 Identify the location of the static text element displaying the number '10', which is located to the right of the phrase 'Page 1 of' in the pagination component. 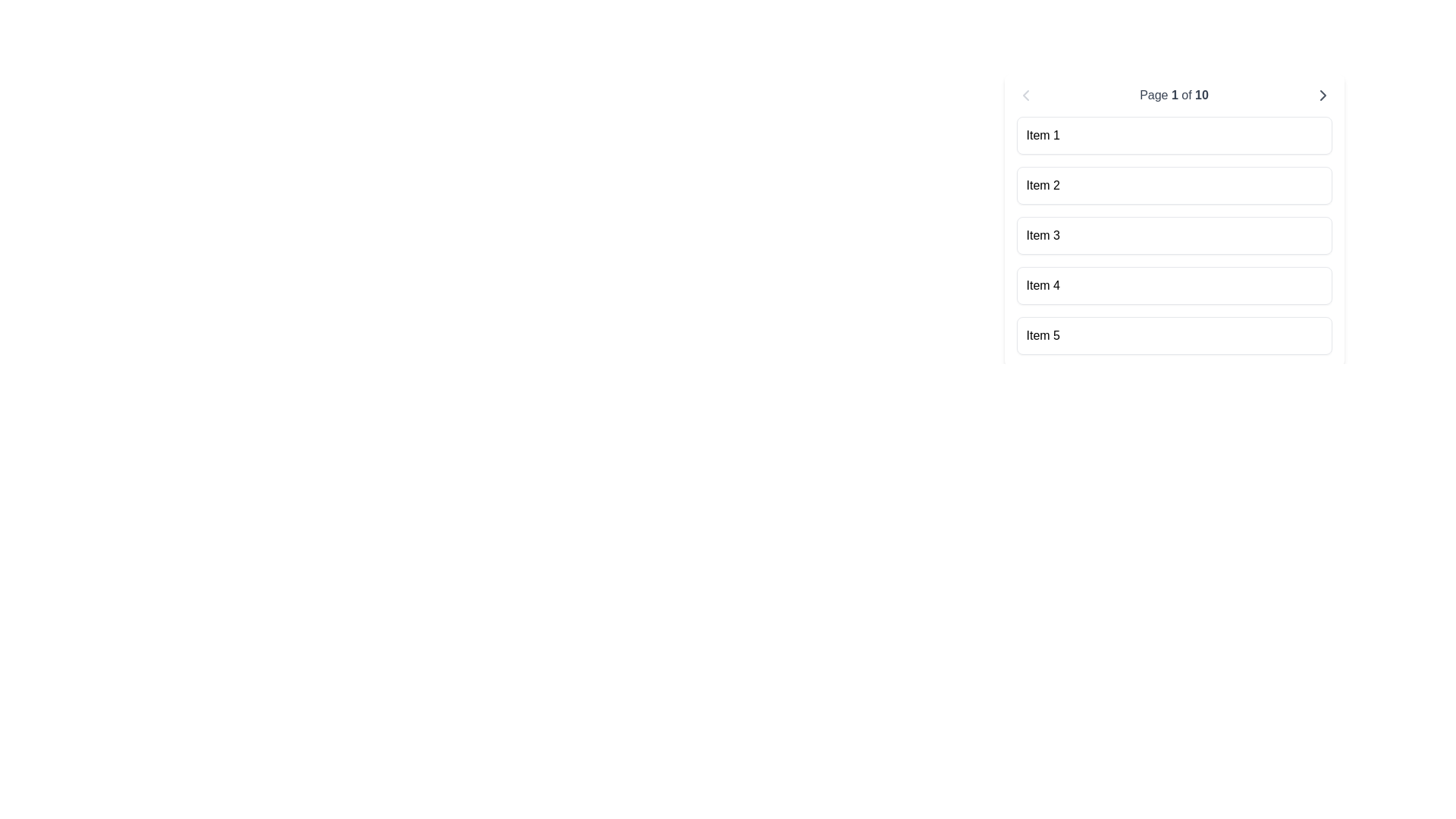
(1200, 95).